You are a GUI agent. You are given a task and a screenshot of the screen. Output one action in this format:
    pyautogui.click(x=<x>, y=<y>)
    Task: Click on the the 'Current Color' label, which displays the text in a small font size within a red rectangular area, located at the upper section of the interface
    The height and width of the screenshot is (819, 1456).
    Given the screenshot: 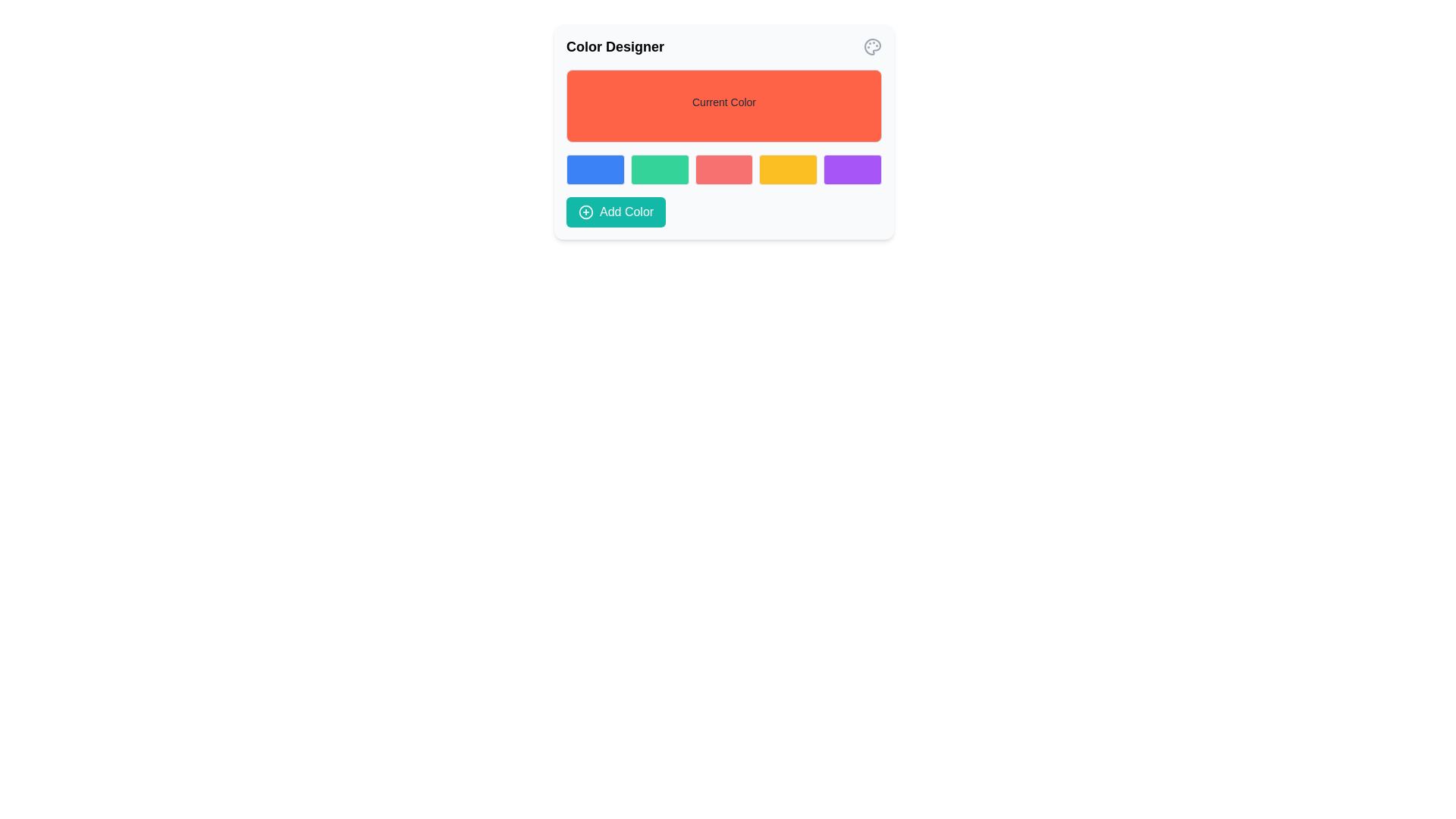 What is the action you would take?
    pyautogui.click(x=723, y=102)
    